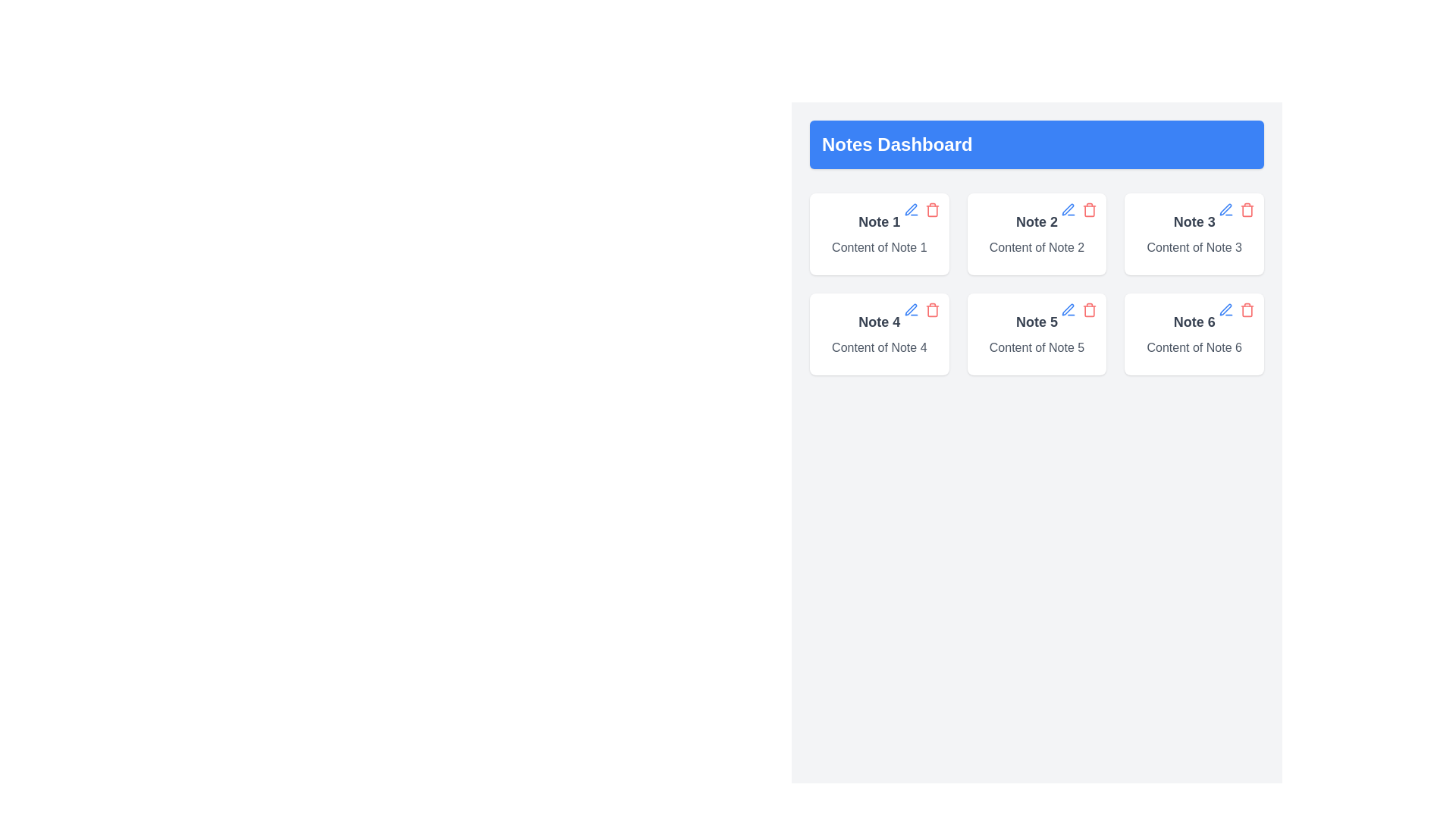  I want to click on the trashcan body icon located to the right of the note information for 'Note 1' in the top-left grid cell of the Notes Dashboard, so click(931, 211).